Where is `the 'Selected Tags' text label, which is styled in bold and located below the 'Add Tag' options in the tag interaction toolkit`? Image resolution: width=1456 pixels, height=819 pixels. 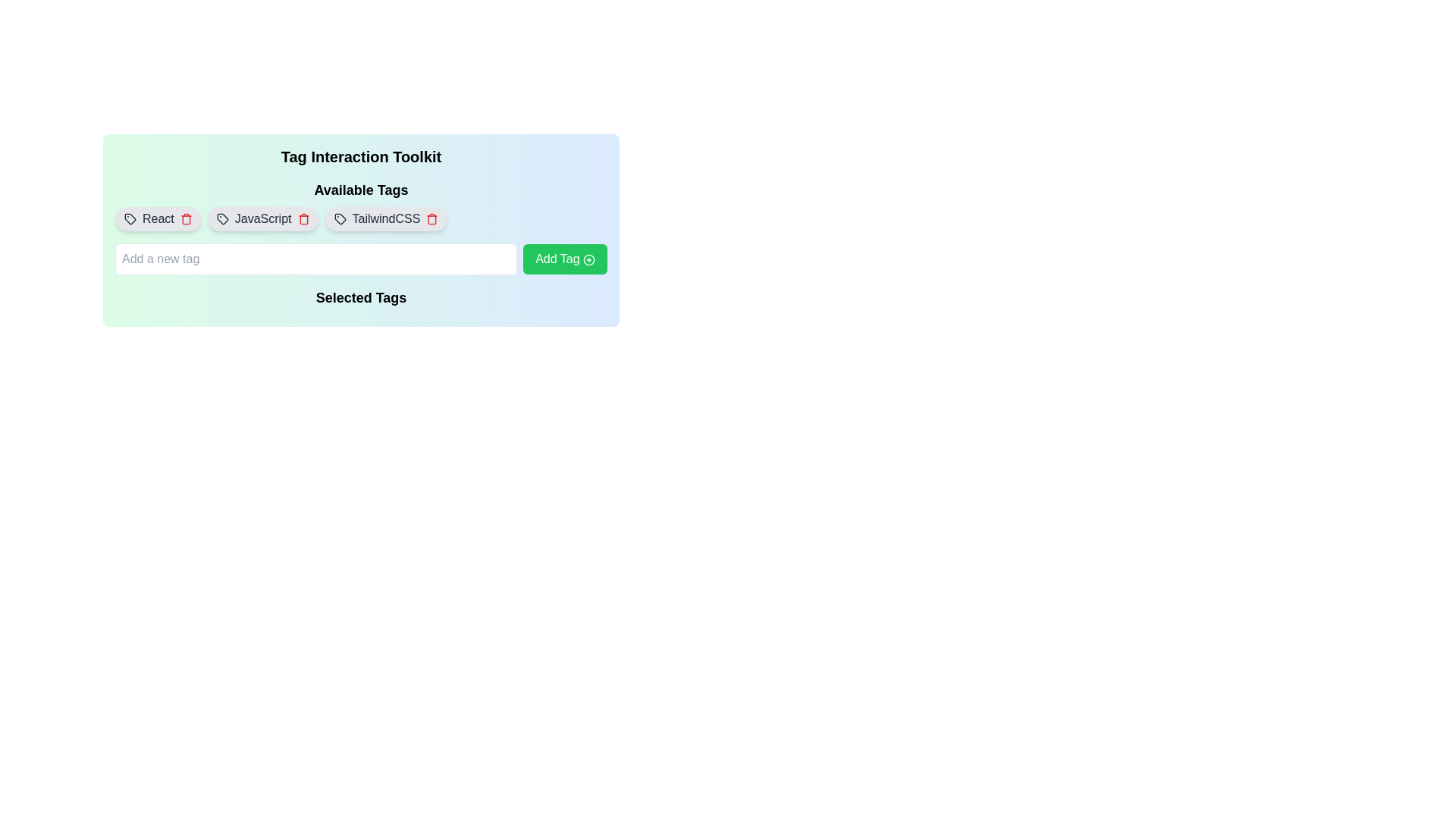 the 'Selected Tags' text label, which is styled in bold and located below the 'Add Tag' options in the tag interaction toolkit is located at coordinates (360, 301).